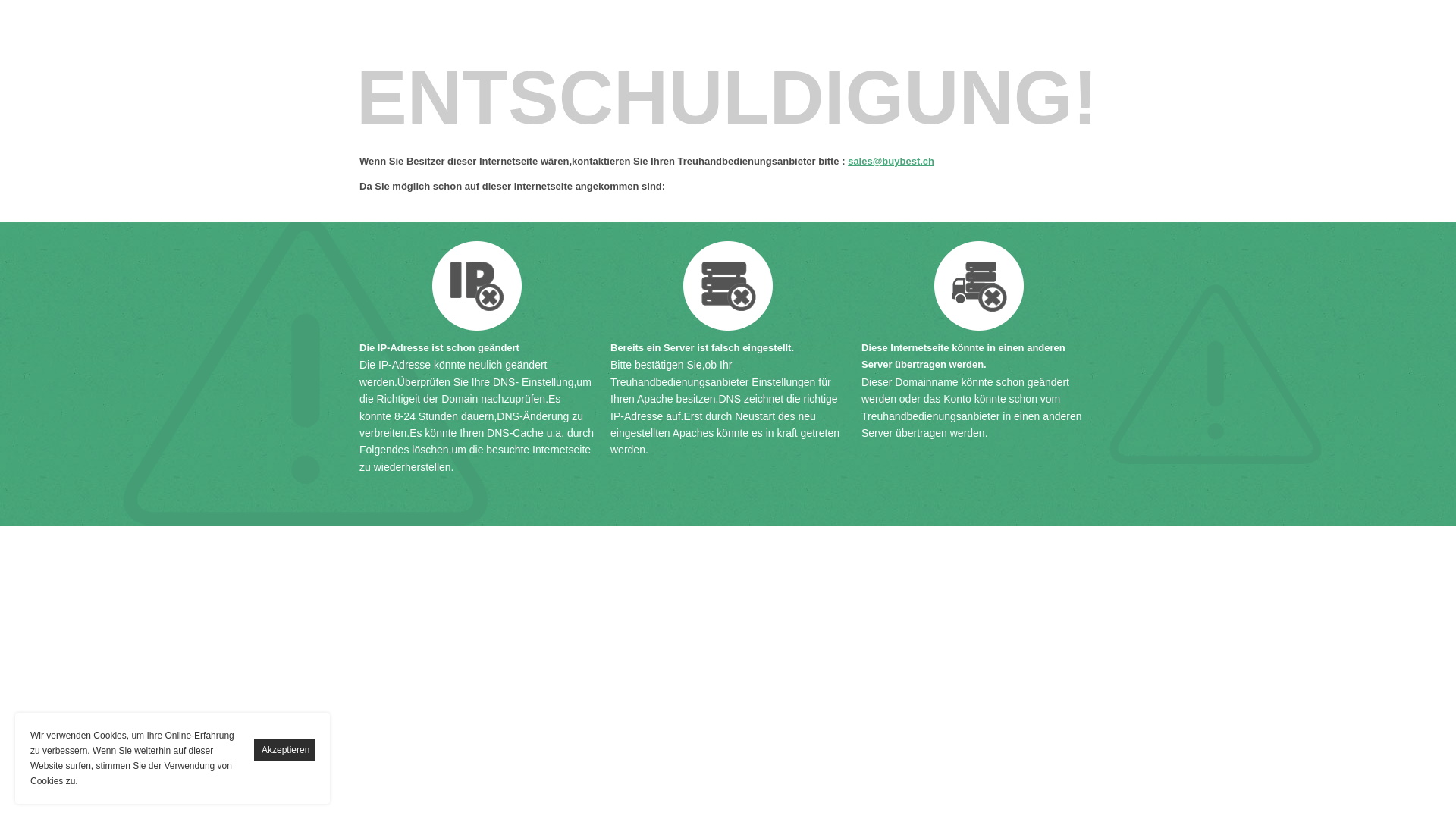  Describe the element at coordinates (891, 161) in the screenshot. I see `'sales@buybest.ch'` at that location.